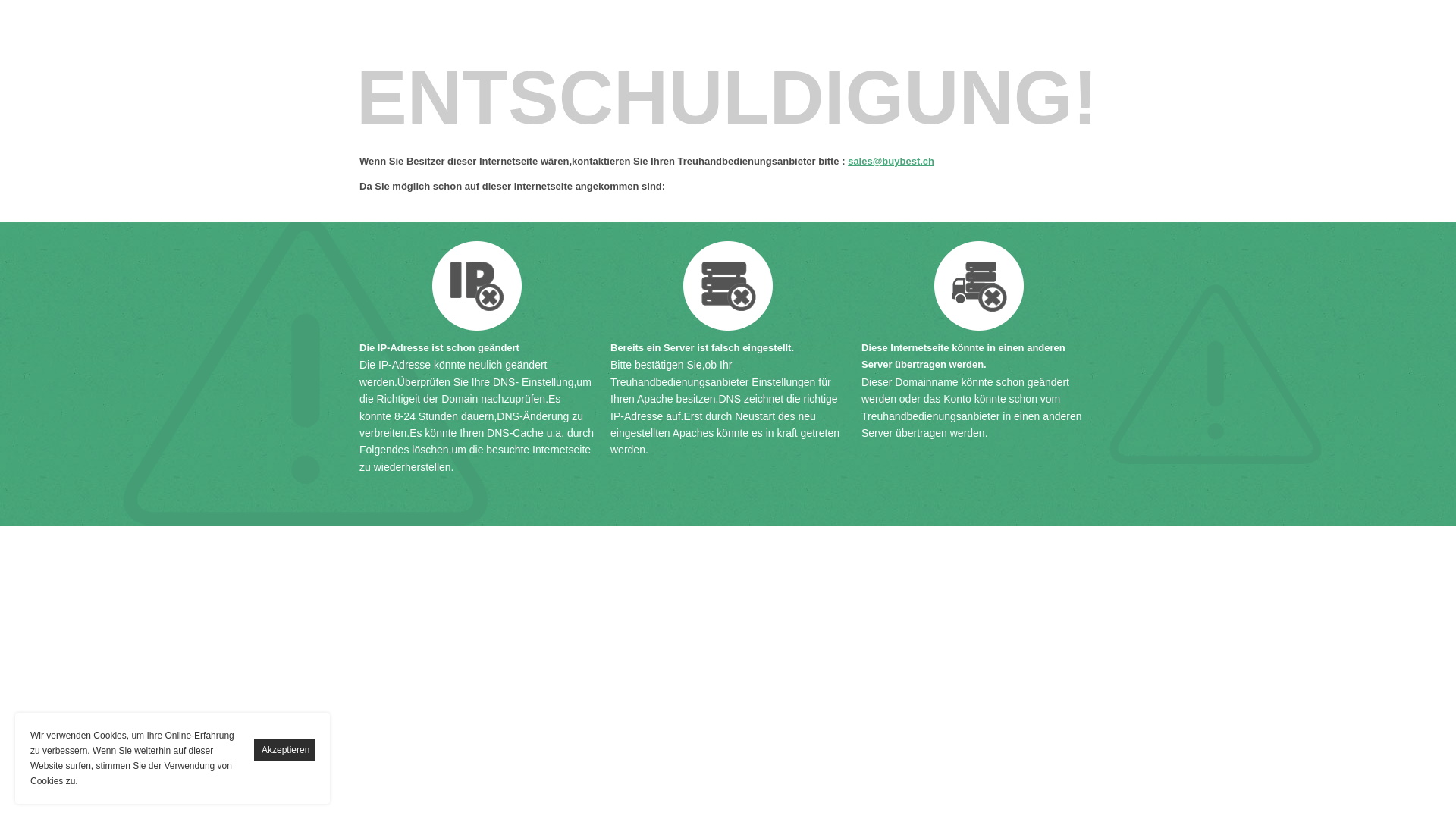  Describe the element at coordinates (891, 161) in the screenshot. I see `'sales@buybest.ch'` at that location.